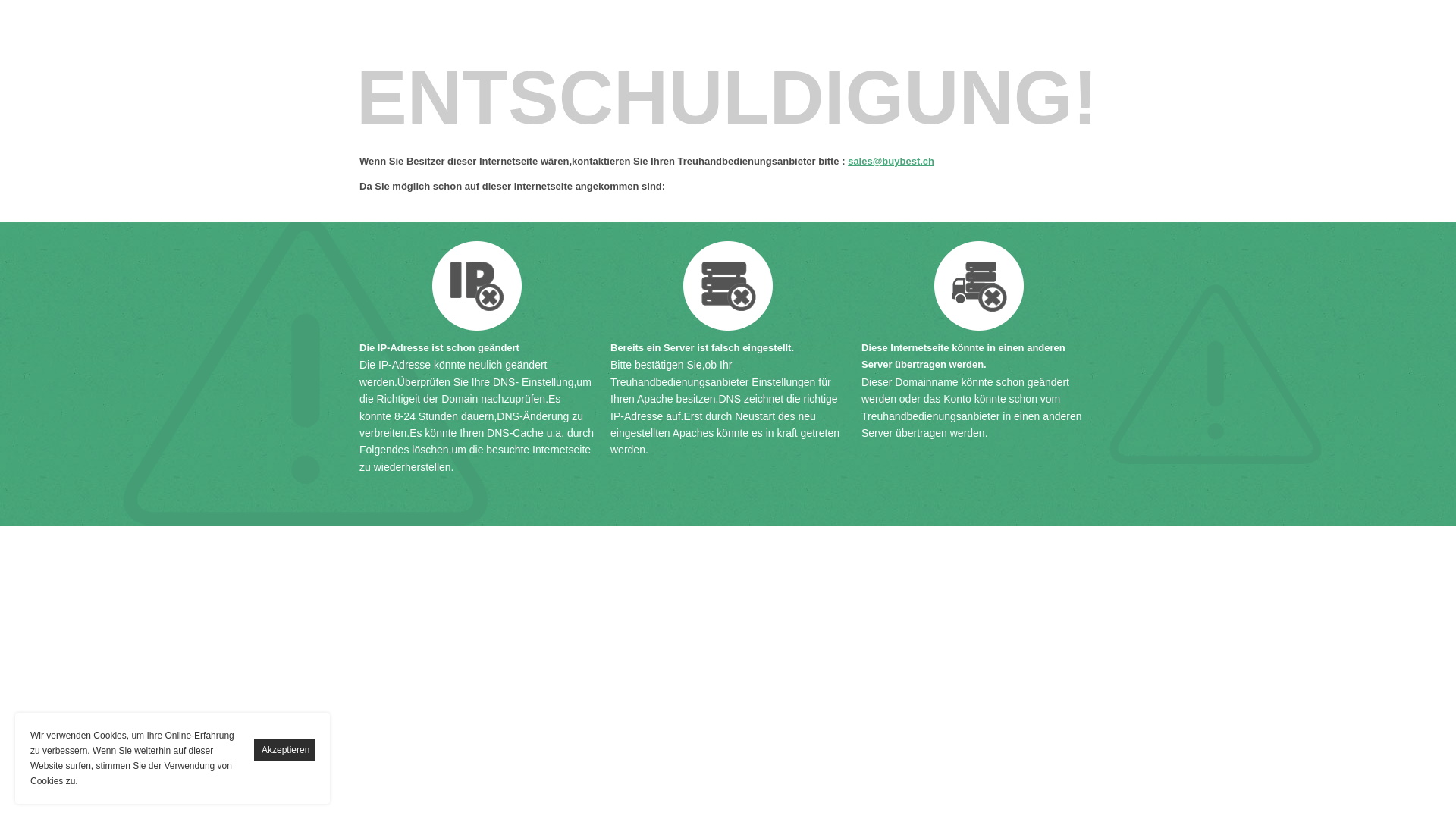  Describe the element at coordinates (891, 161) in the screenshot. I see `'sales@buybest.ch'` at that location.